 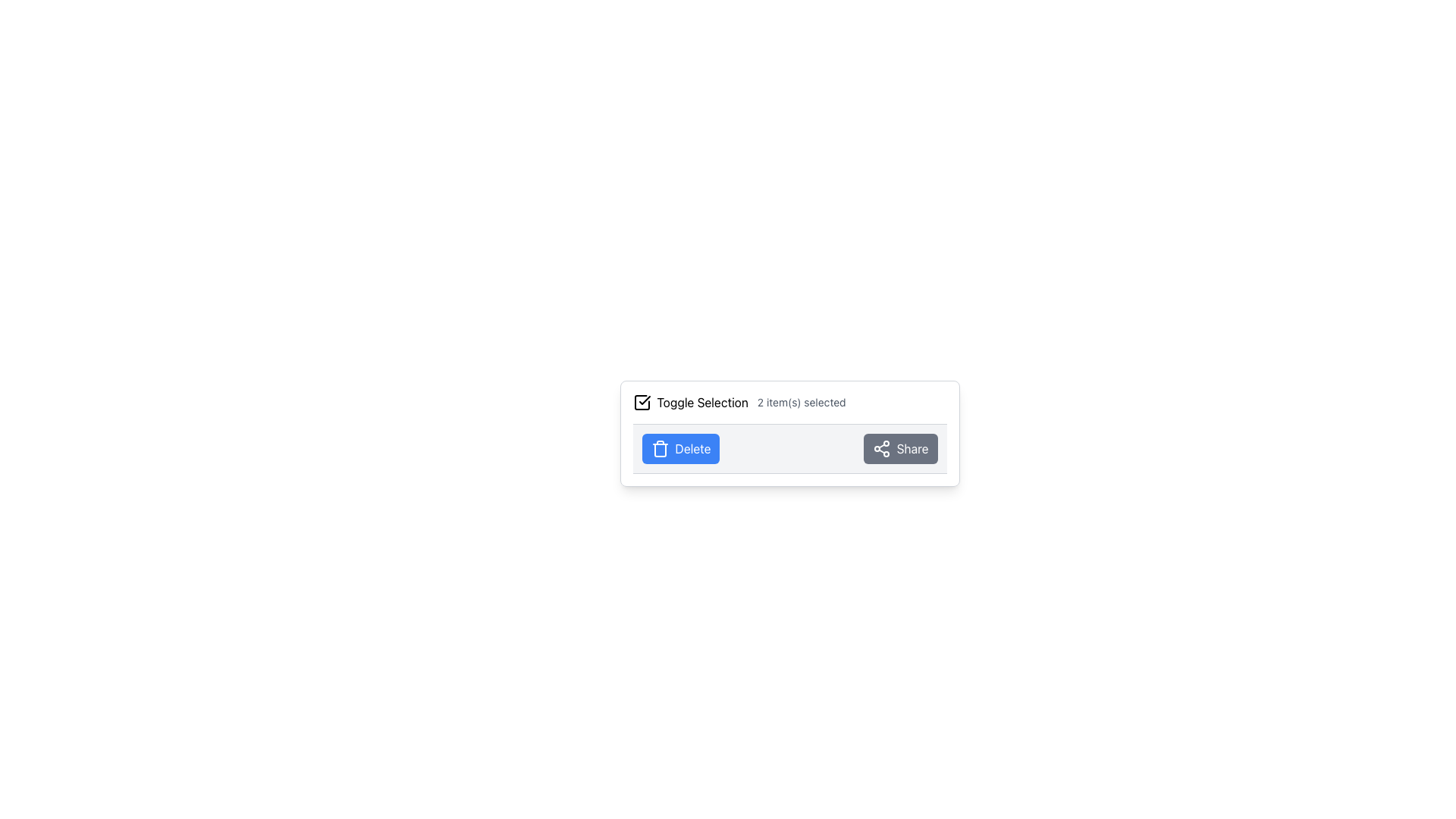 I want to click on the selection icon with a checkmark, which is styled with a thin black stroke and appears next to the text 'Toggle Selection', to trigger tooltip or visual feedback, so click(x=642, y=402).